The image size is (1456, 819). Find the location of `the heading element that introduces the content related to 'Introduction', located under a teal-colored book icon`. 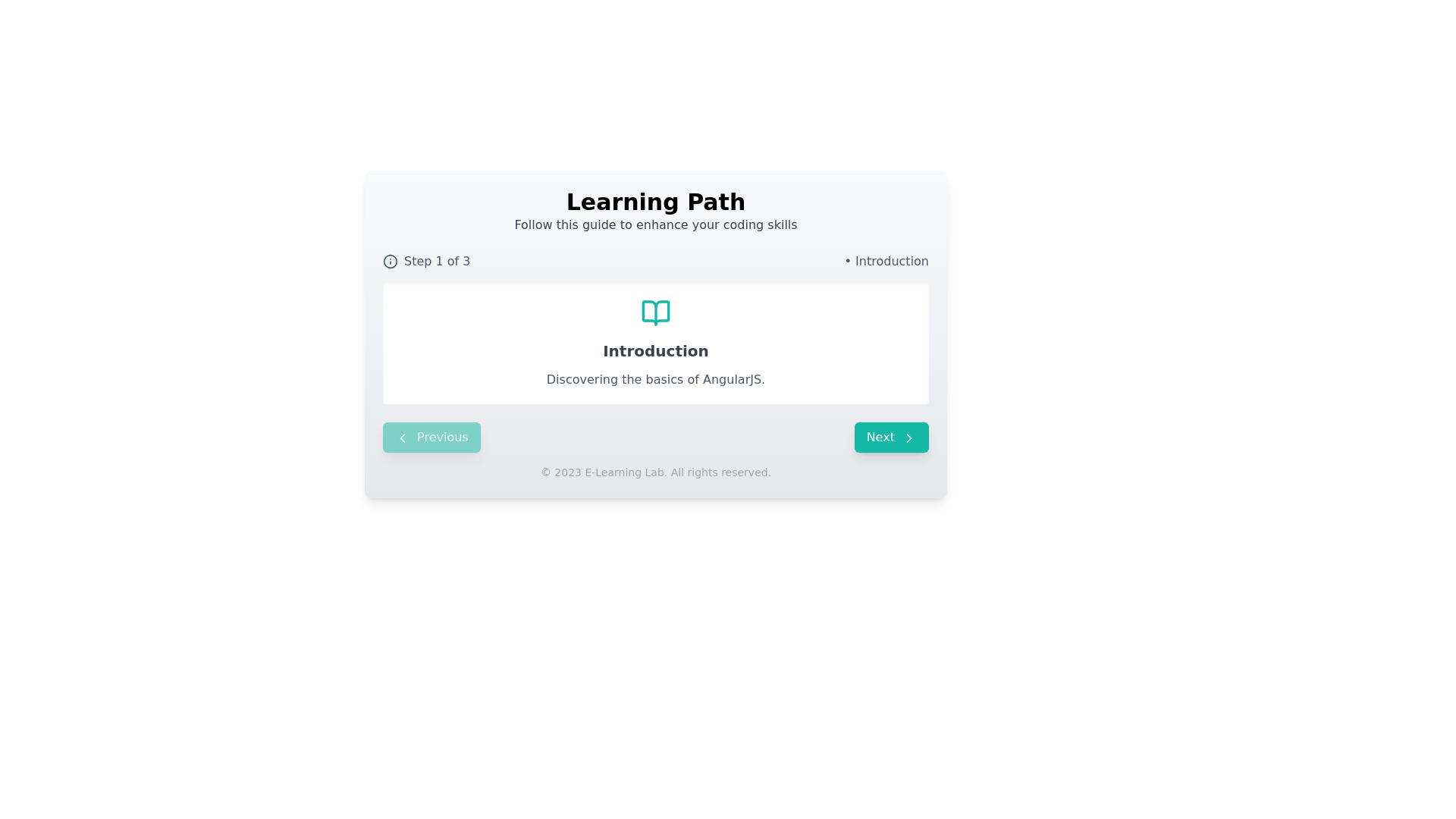

the heading element that introduces the content related to 'Introduction', located under a teal-colored book icon is located at coordinates (655, 350).